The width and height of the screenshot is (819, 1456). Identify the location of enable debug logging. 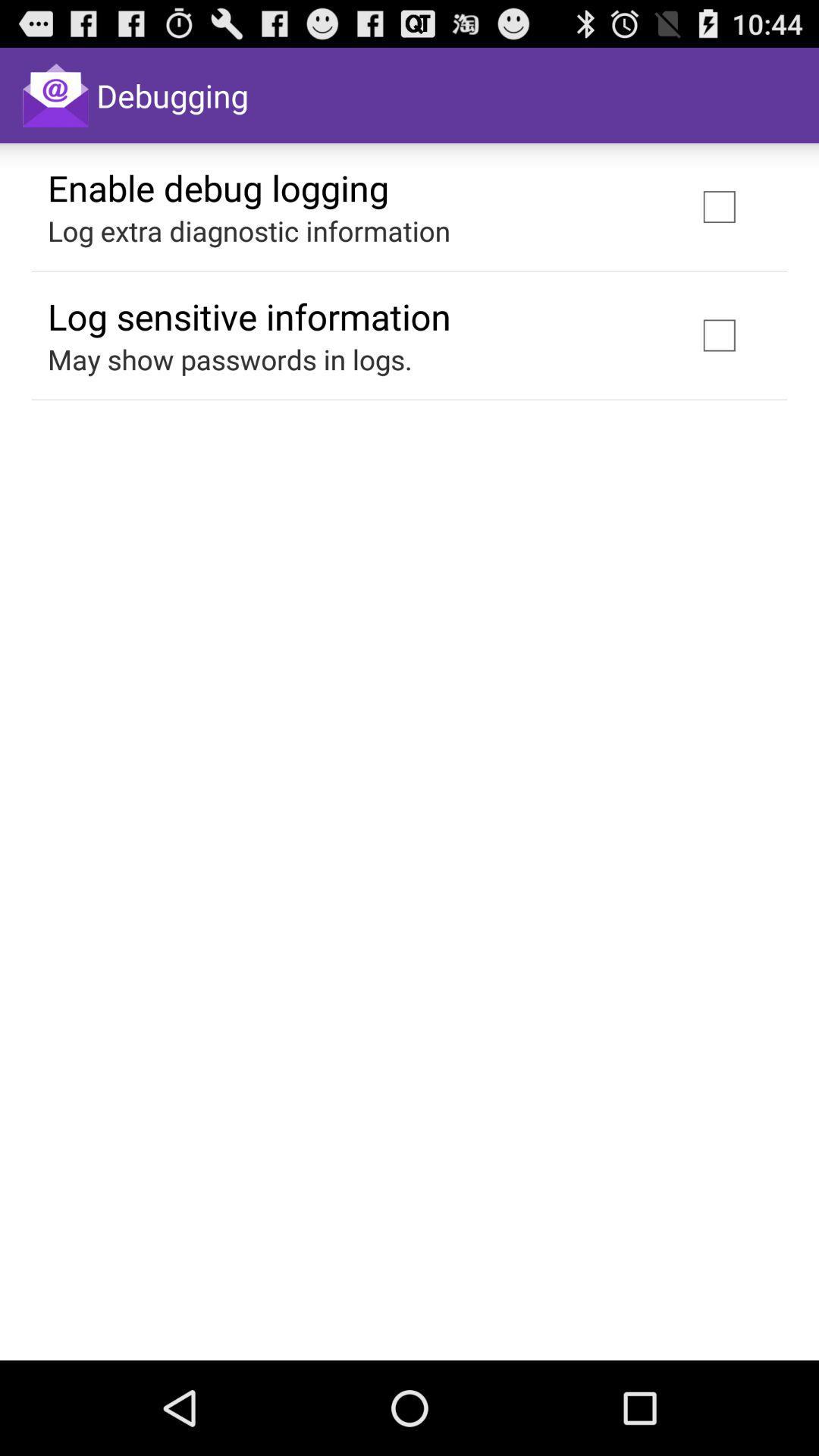
(218, 187).